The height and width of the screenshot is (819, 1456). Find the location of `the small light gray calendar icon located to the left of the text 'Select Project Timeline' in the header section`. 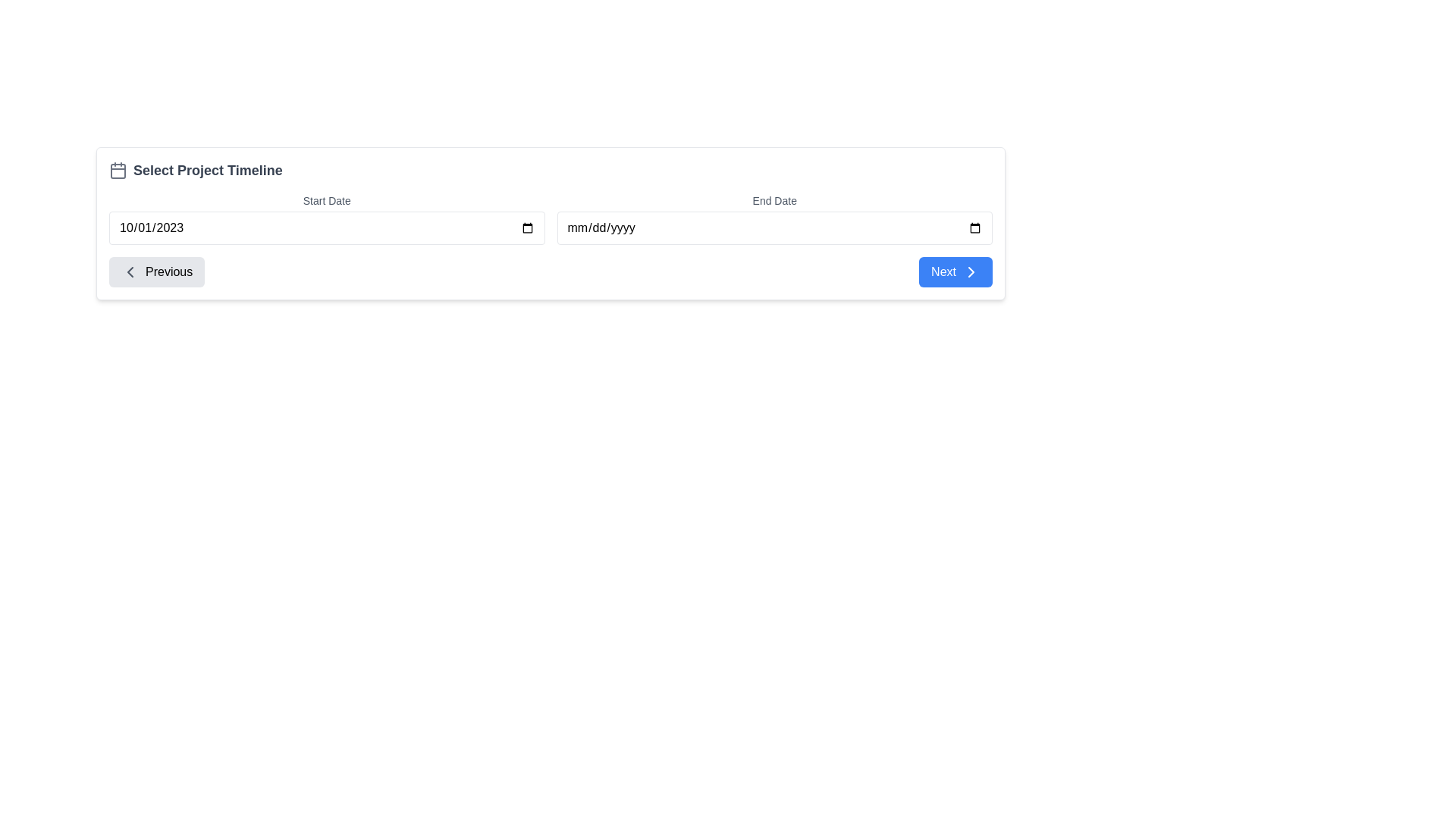

the small light gray calendar icon located to the left of the text 'Select Project Timeline' in the header section is located at coordinates (118, 170).